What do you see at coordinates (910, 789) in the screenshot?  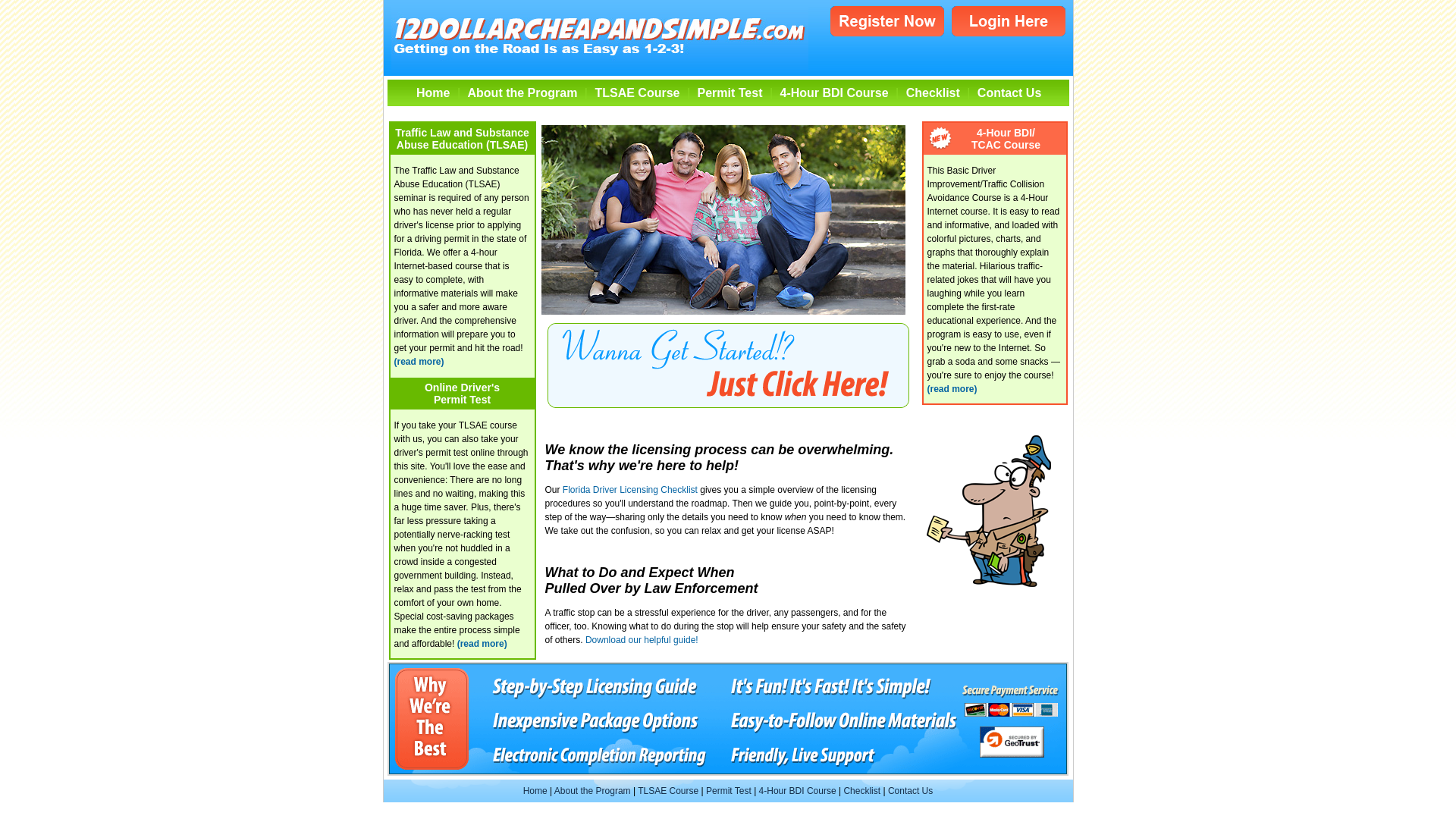 I see `'Contact Us'` at bounding box center [910, 789].